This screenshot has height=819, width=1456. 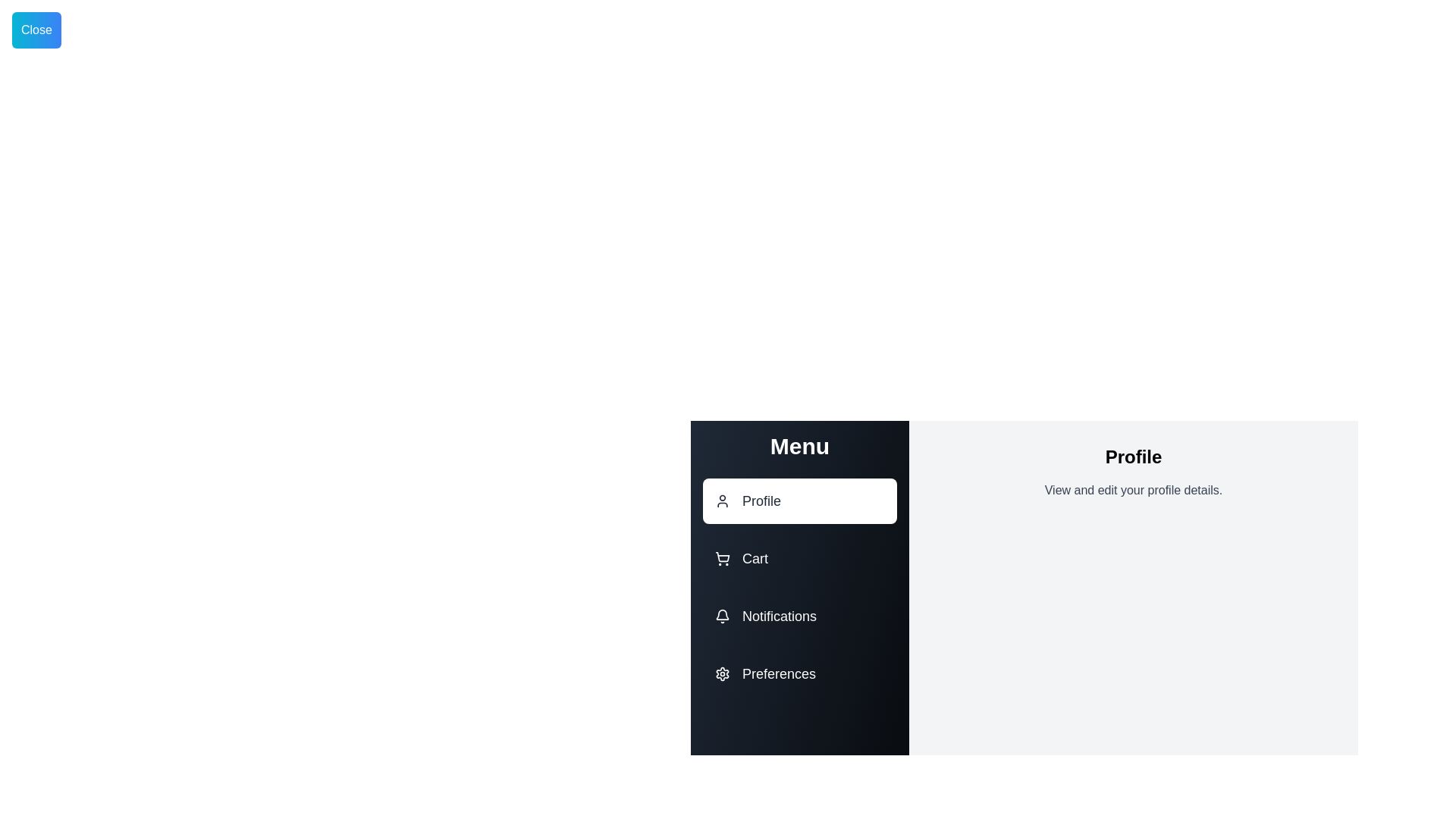 What do you see at coordinates (799, 617) in the screenshot?
I see `the menu option Notifications by clicking on its corresponding area` at bounding box center [799, 617].